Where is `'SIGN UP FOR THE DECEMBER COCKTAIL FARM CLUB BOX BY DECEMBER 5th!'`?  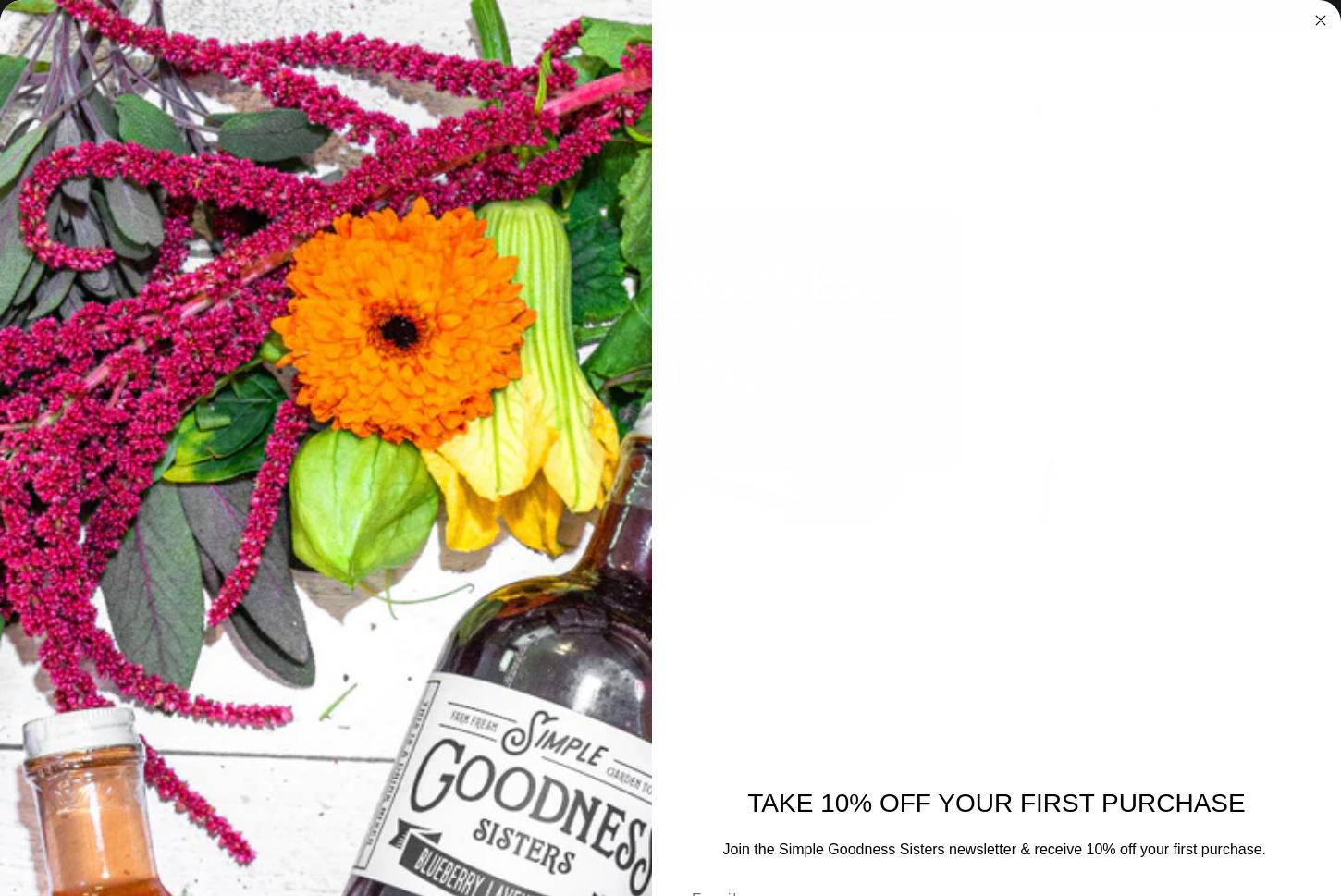 'SIGN UP FOR THE DECEMBER COCKTAIL FARM CLUB BOX BY DECEMBER 5th!' is located at coordinates (669, 15).